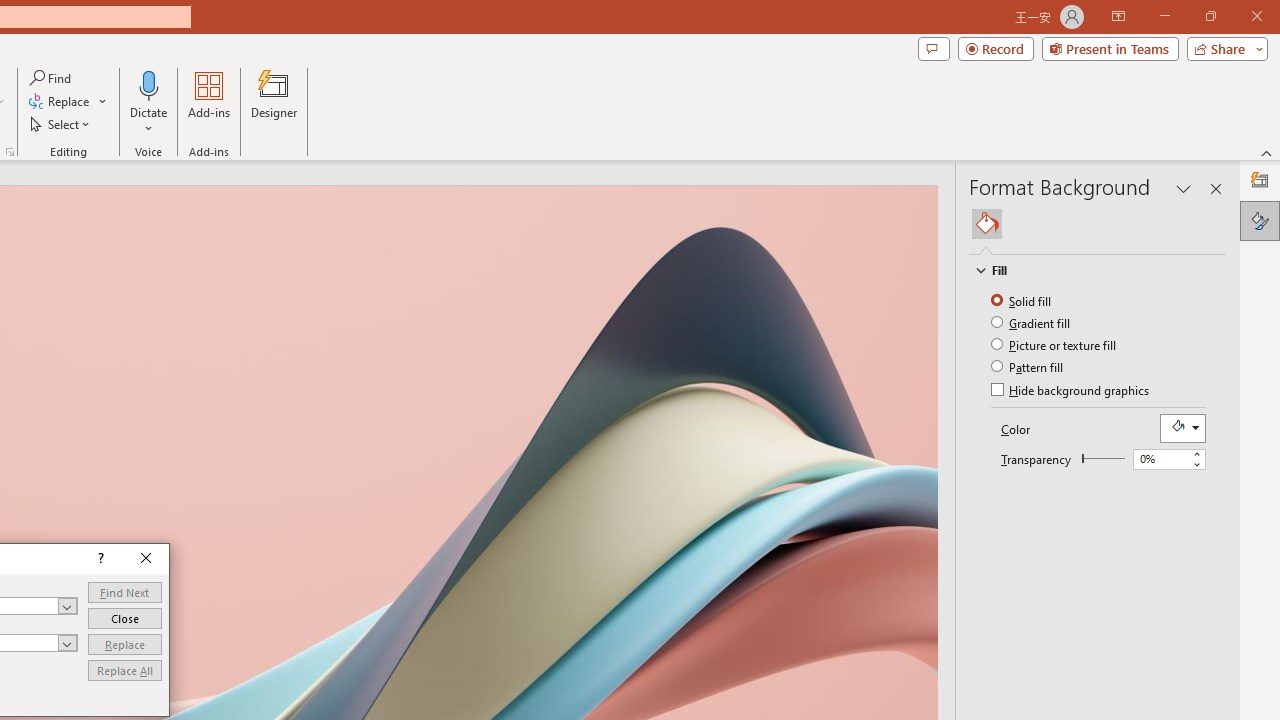  What do you see at coordinates (1102, 458) in the screenshot?
I see `'Transparency'` at bounding box center [1102, 458].